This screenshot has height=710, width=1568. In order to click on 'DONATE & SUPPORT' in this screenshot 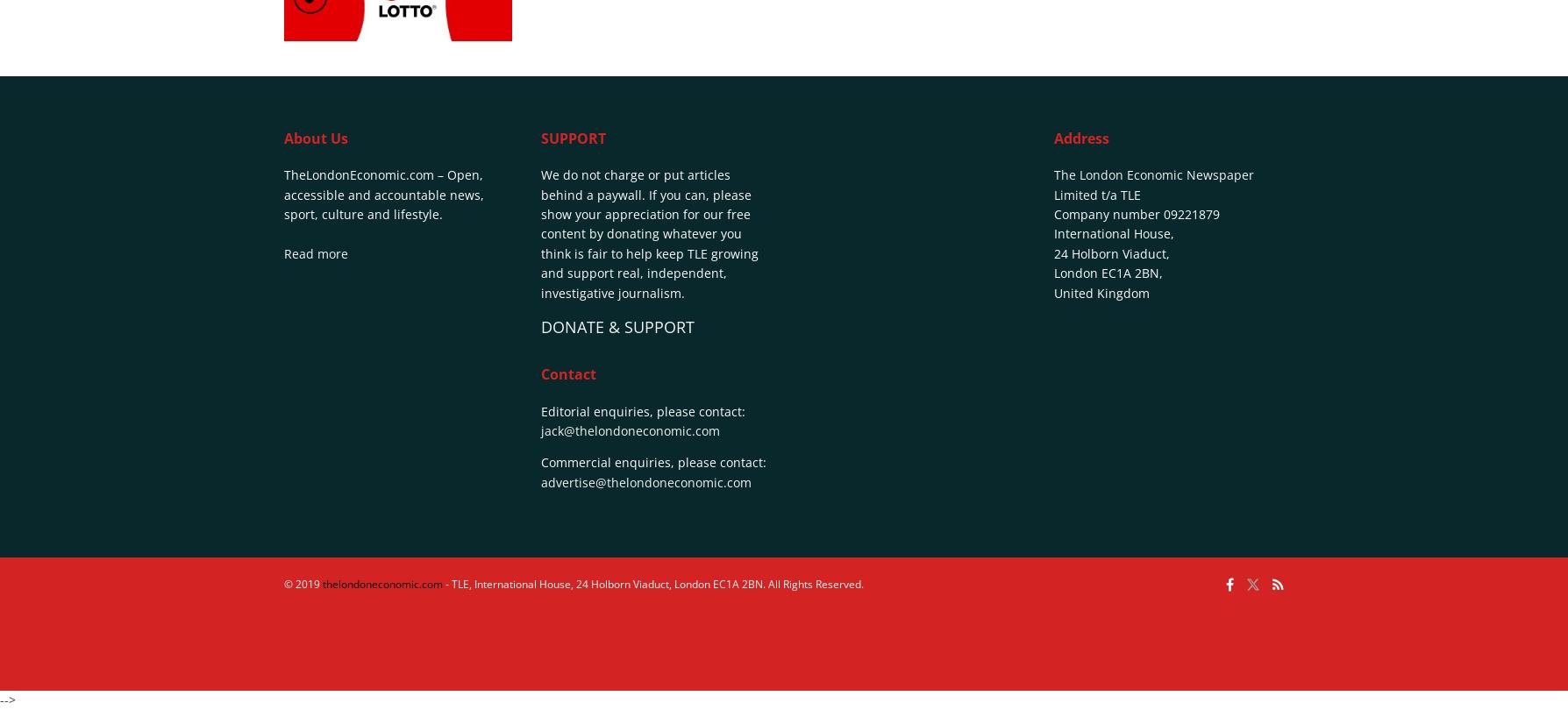, I will do `click(539, 325)`.